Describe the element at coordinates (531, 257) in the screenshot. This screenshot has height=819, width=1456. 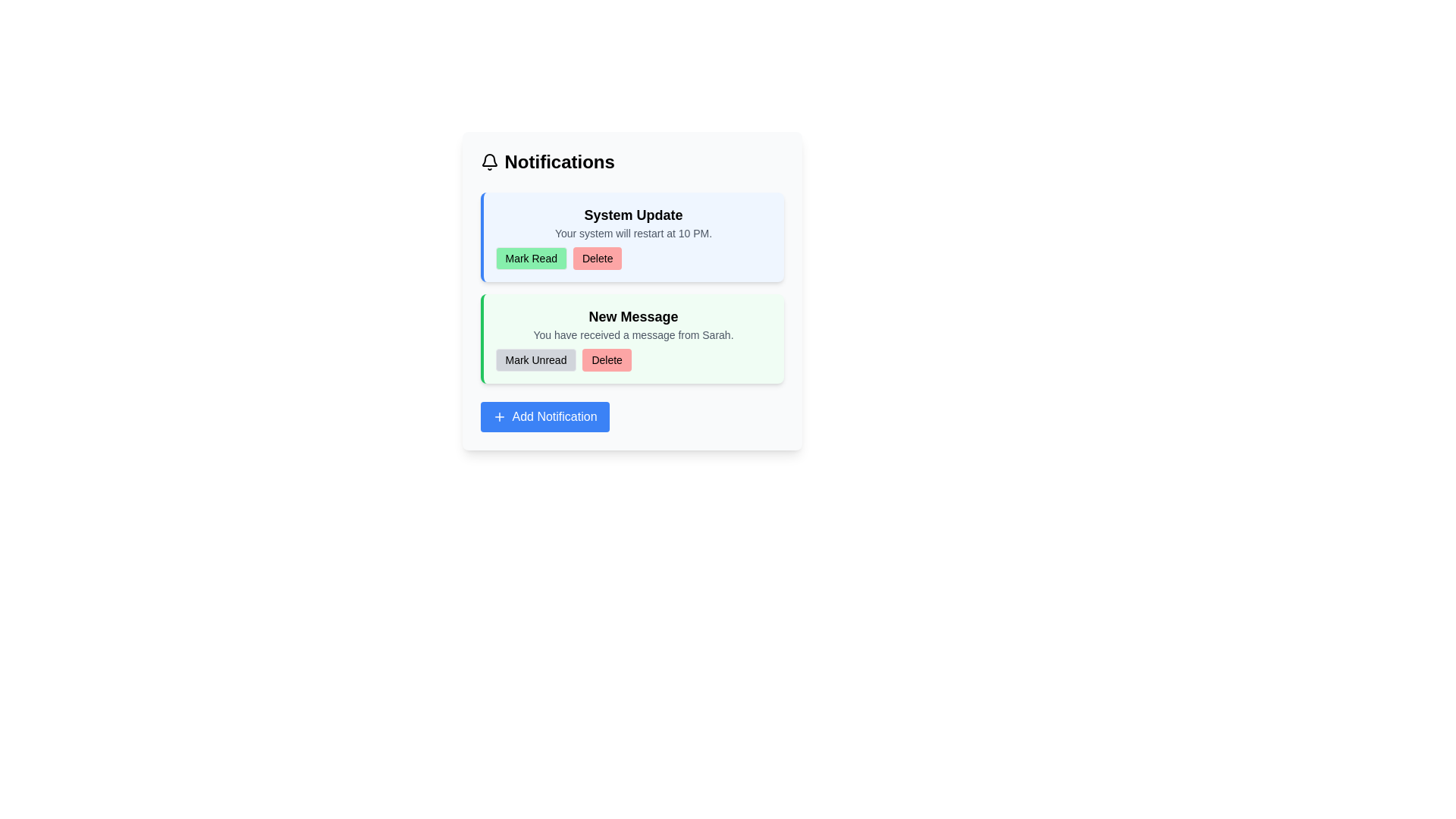
I see `the leftmost button in the 'System Update' notification card` at that location.